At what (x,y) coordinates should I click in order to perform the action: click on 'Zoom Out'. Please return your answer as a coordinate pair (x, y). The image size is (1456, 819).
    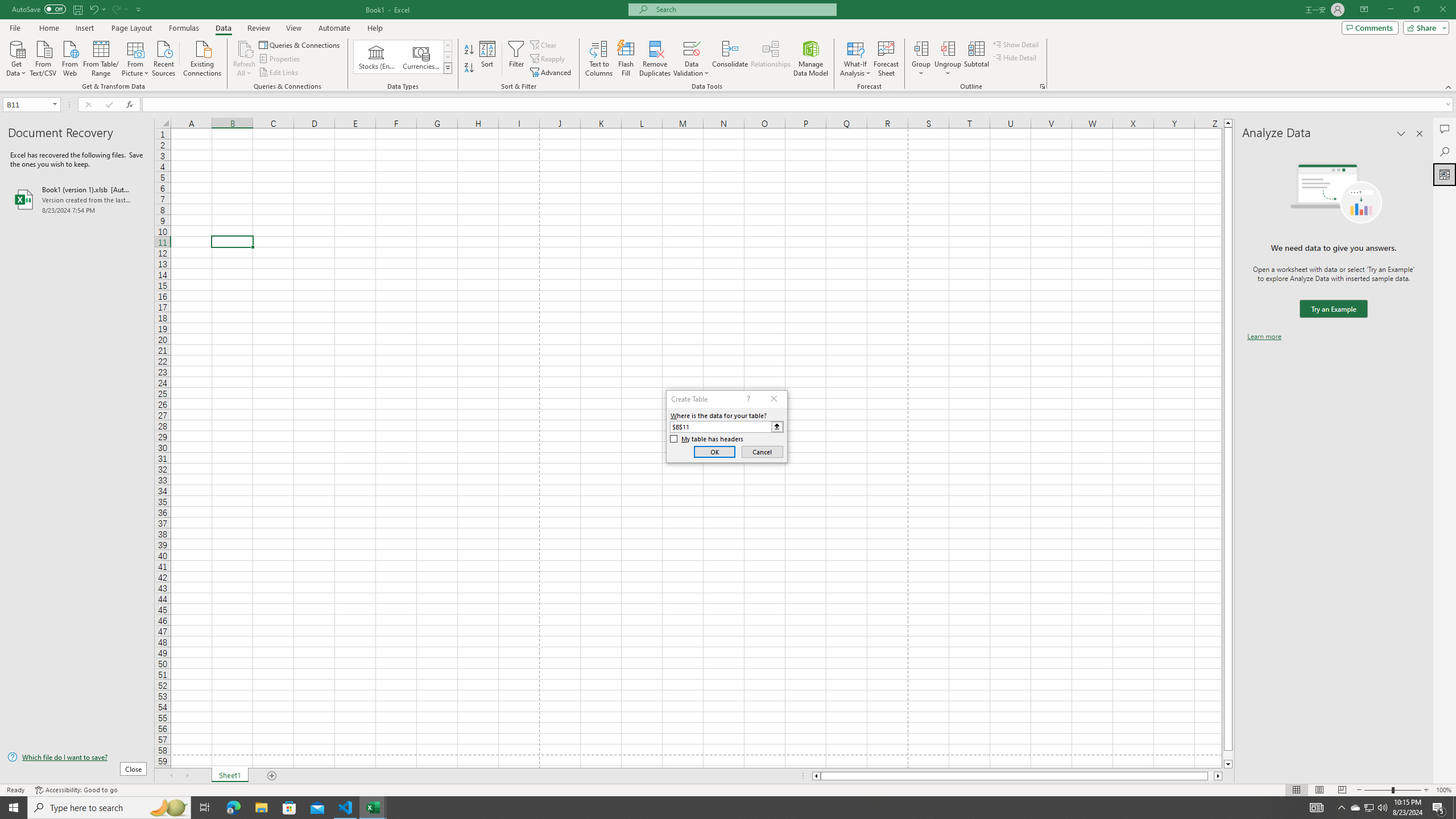
    Looking at the image, I should click on (1378, 790).